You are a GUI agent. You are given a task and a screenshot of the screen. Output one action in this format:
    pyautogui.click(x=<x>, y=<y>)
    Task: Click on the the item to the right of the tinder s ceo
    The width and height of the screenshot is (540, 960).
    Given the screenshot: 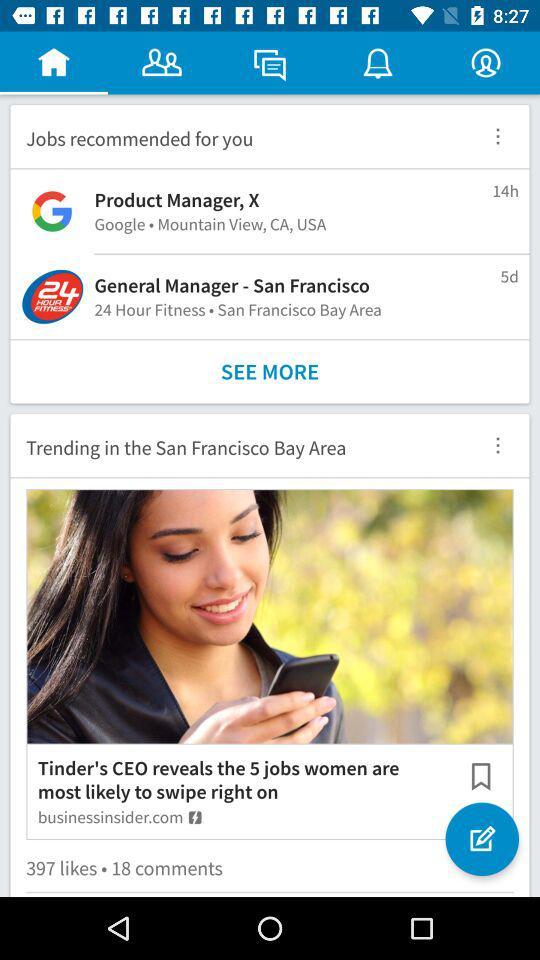 What is the action you would take?
    pyautogui.click(x=481, y=839)
    